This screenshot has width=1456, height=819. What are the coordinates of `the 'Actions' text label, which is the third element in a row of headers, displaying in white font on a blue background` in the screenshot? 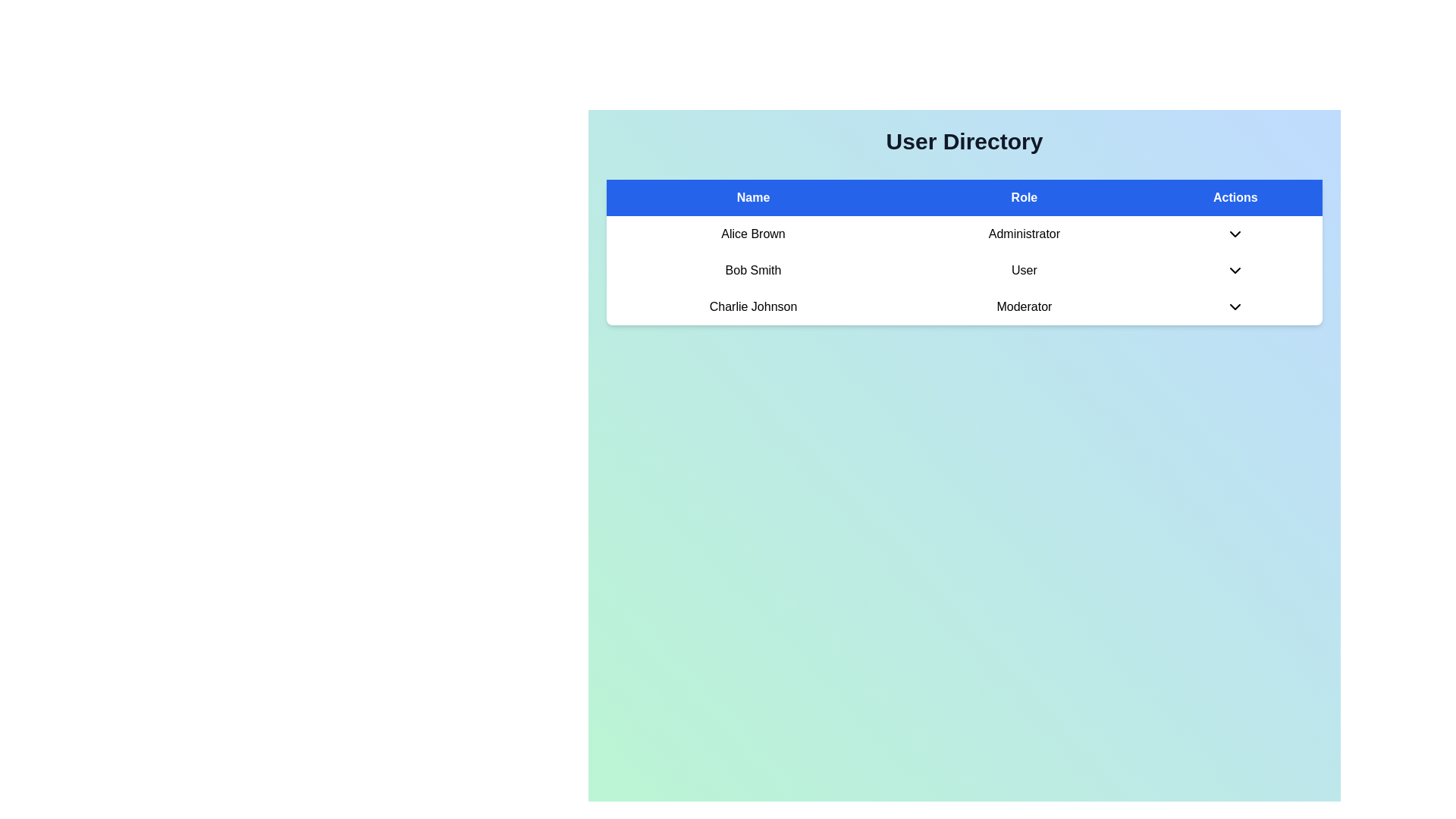 It's located at (1235, 197).